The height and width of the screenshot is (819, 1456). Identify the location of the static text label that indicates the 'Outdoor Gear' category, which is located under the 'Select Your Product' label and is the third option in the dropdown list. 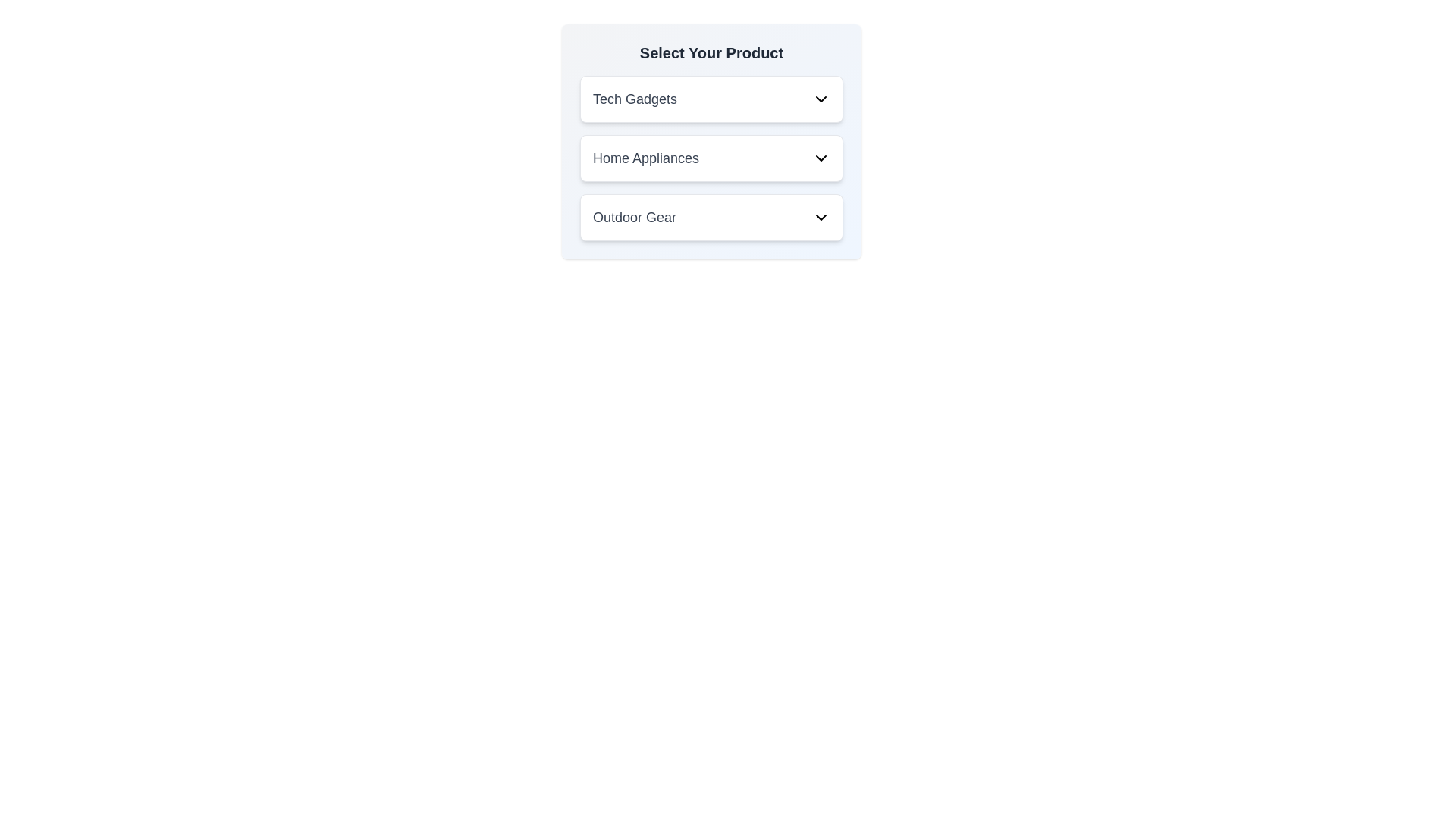
(635, 217).